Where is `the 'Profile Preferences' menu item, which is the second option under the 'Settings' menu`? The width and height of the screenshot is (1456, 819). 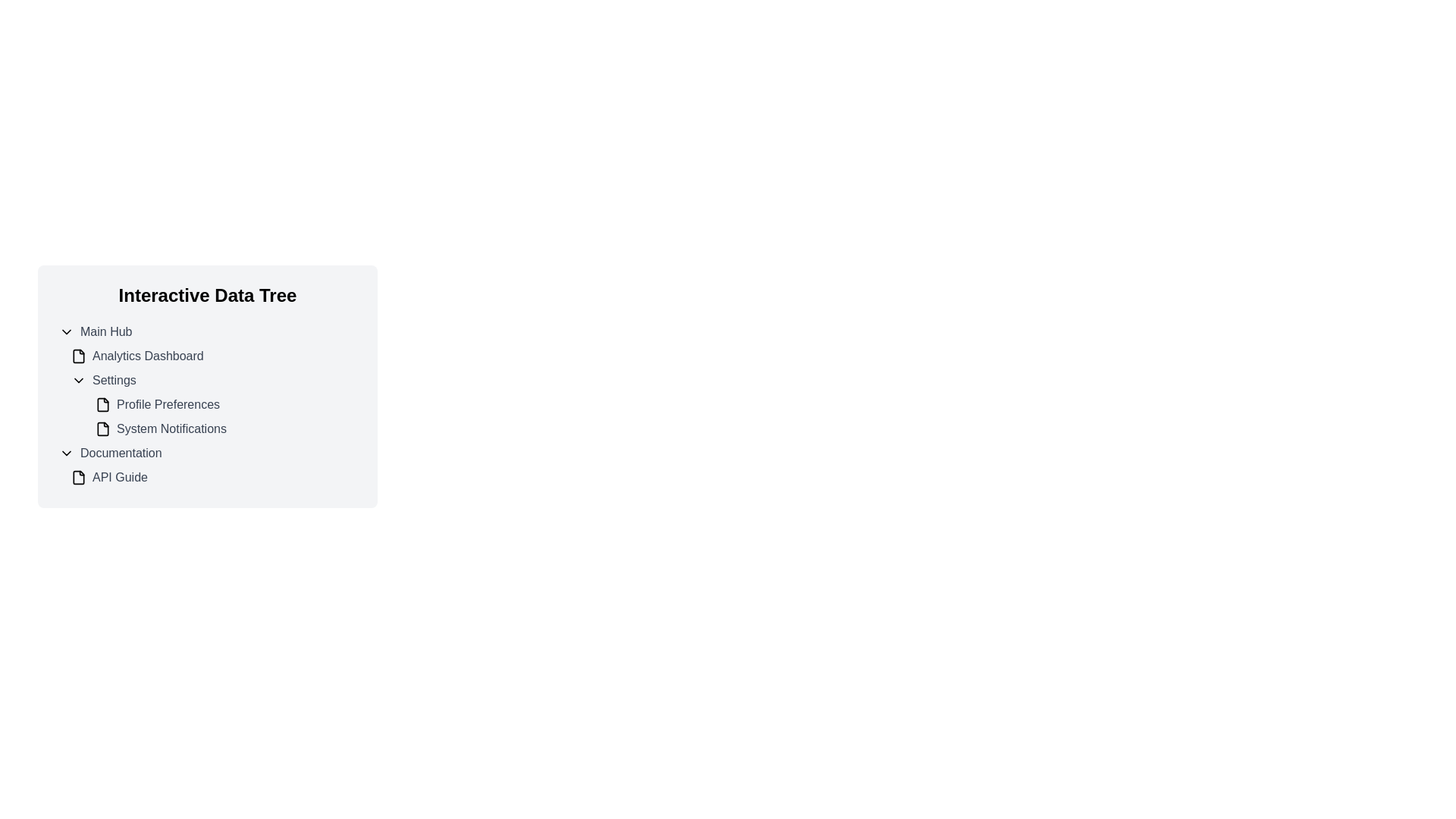
the 'Profile Preferences' menu item, which is the second option under the 'Settings' menu is located at coordinates (224, 403).